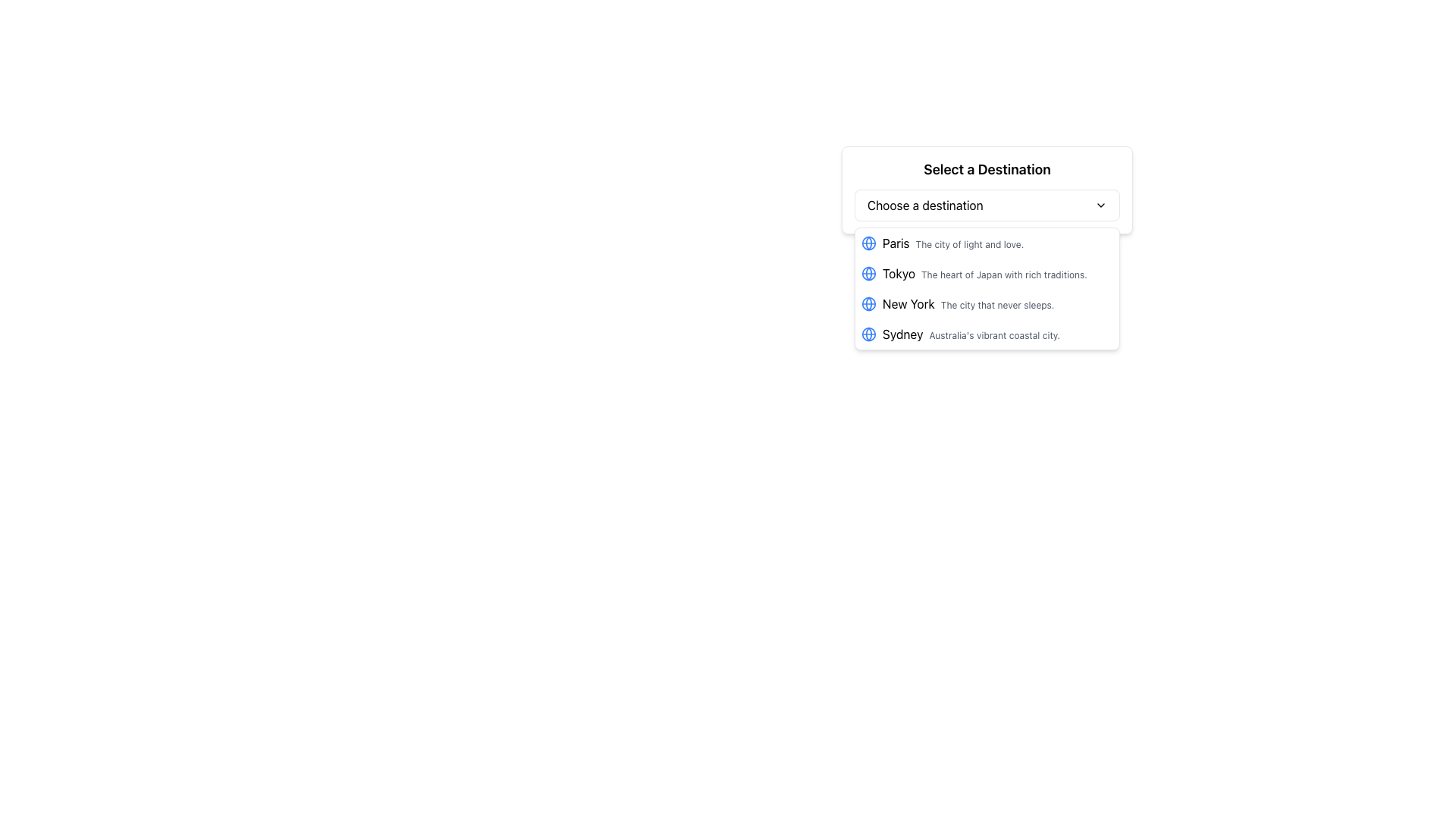  Describe the element at coordinates (968, 243) in the screenshot. I see `the text element that reads 'The city of light and love.' which is styled in gray and located adjacent to the 'Paris' label in the dropdown list of destinations` at that location.